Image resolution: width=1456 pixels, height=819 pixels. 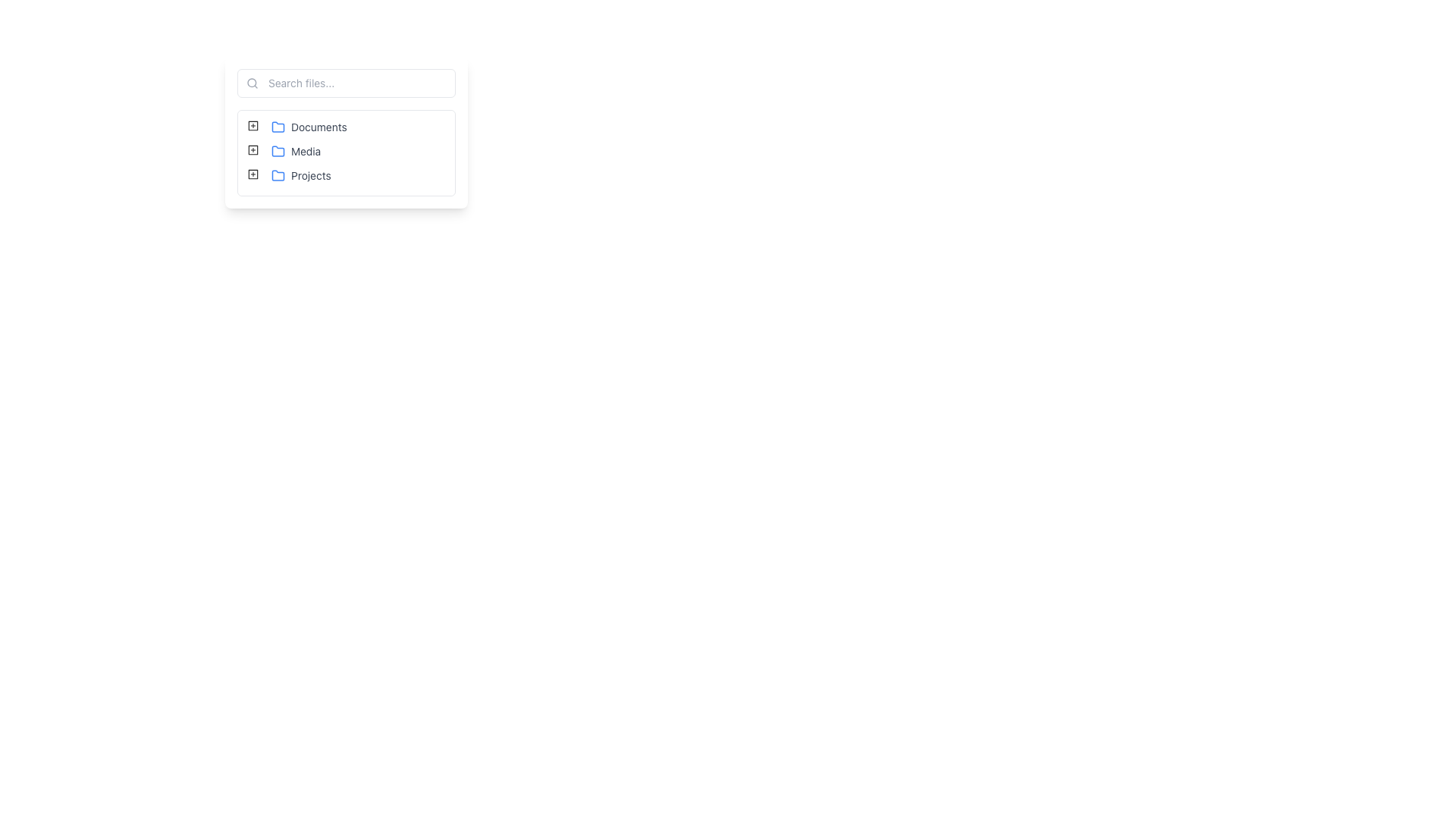 What do you see at coordinates (278, 174) in the screenshot?
I see `the folder icon, which is a simple blue outlined graphic with a rectangular base and a tab on the upper left, located` at bounding box center [278, 174].